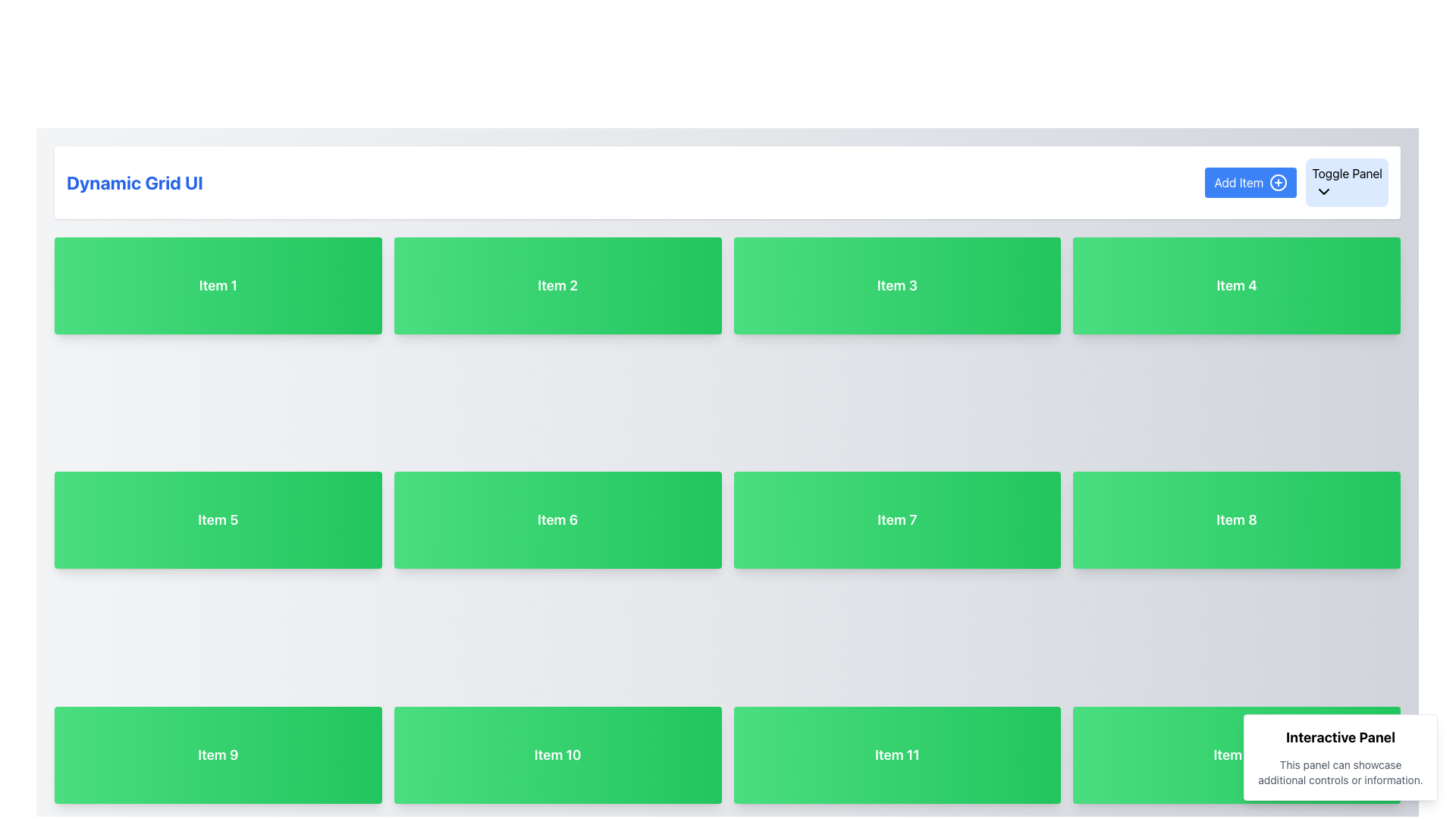 Image resolution: width=1456 pixels, height=819 pixels. Describe the element at coordinates (217, 755) in the screenshot. I see `the green gradient button labeled 'Item 9' which is the first item in the fourth row of the grid layout` at that location.